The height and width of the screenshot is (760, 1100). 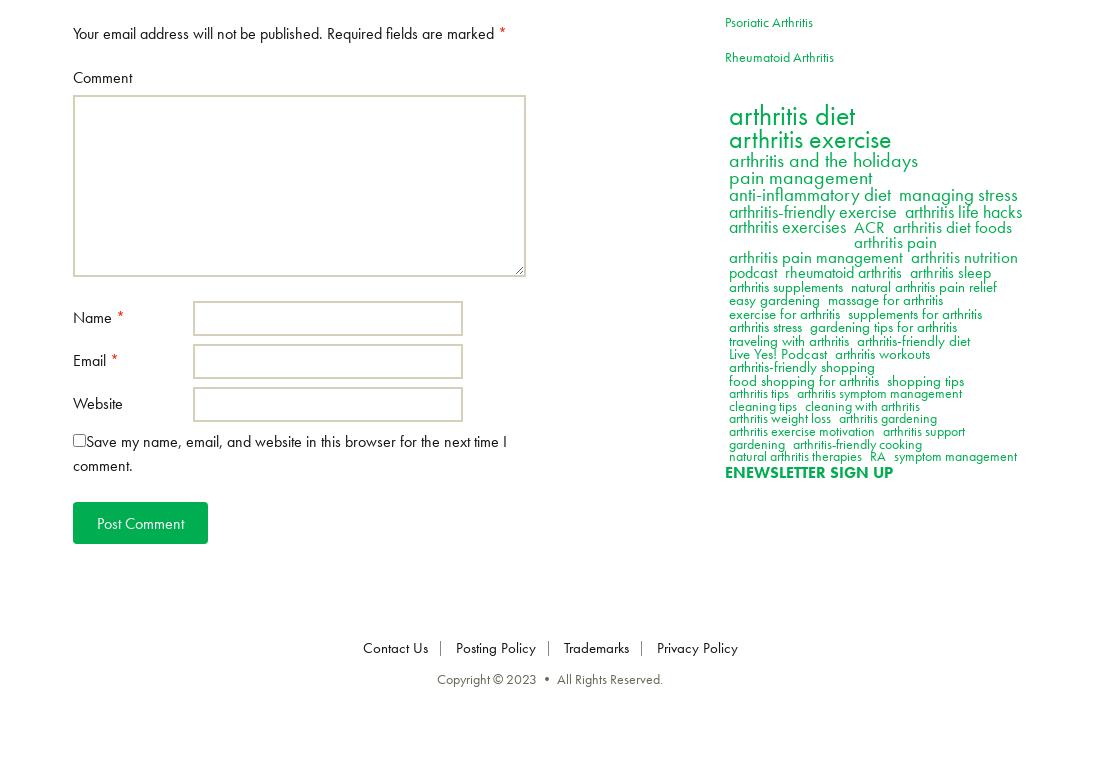 What do you see at coordinates (102, 76) in the screenshot?
I see `'Comment'` at bounding box center [102, 76].